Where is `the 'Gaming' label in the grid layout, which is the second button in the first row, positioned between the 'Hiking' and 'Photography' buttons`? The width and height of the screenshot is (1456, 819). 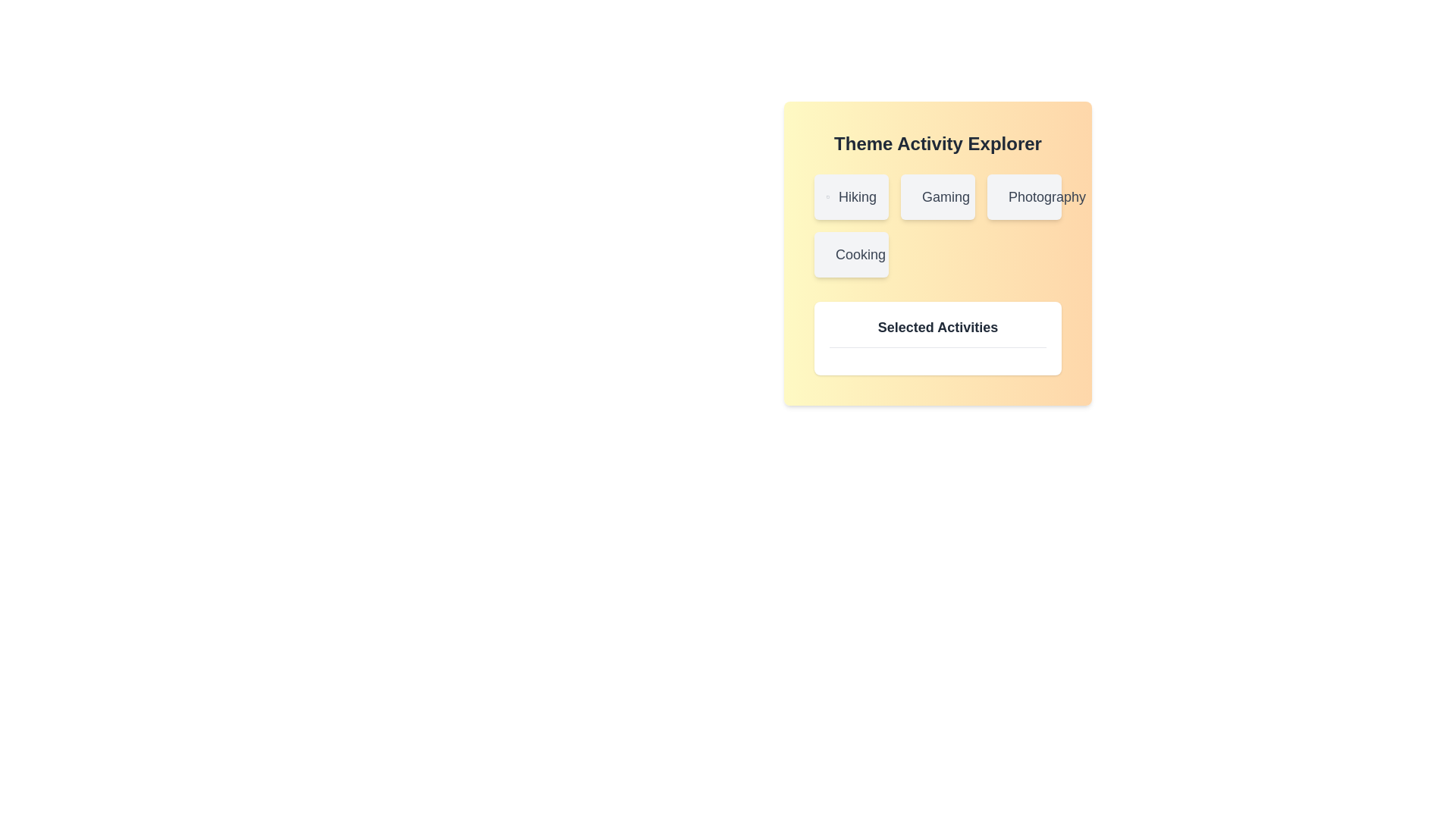 the 'Gaming' label in the grid layout, which is the second button in the first row, positioned between the 'Hiking' and 'Photography' buttons is located at coordinates (937, 196).